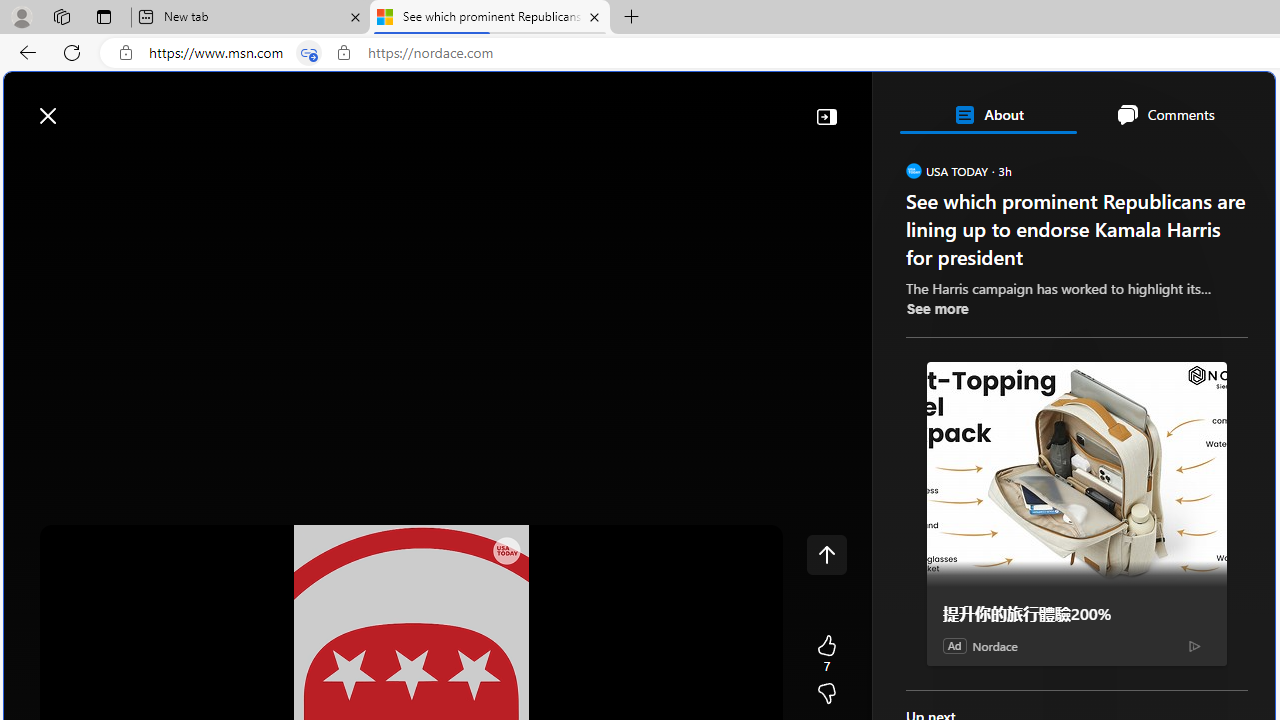  What do you see at coordinates (81, 105) in the screenshot?
I see `'Skip to footer'` at bounding box center [81, 105].